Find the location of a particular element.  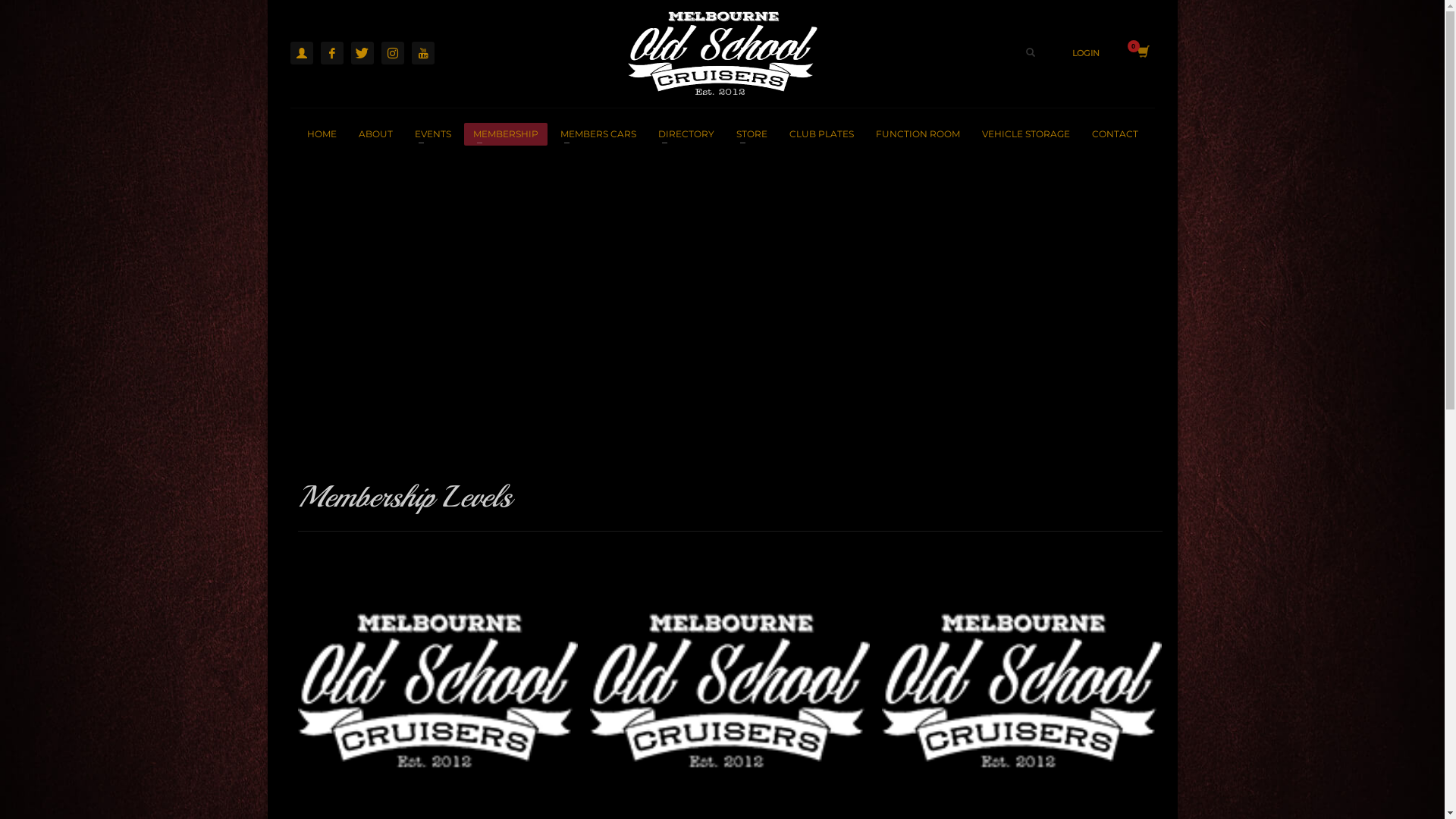

'CLUB PLATES' is located at coordinates (820, 133).